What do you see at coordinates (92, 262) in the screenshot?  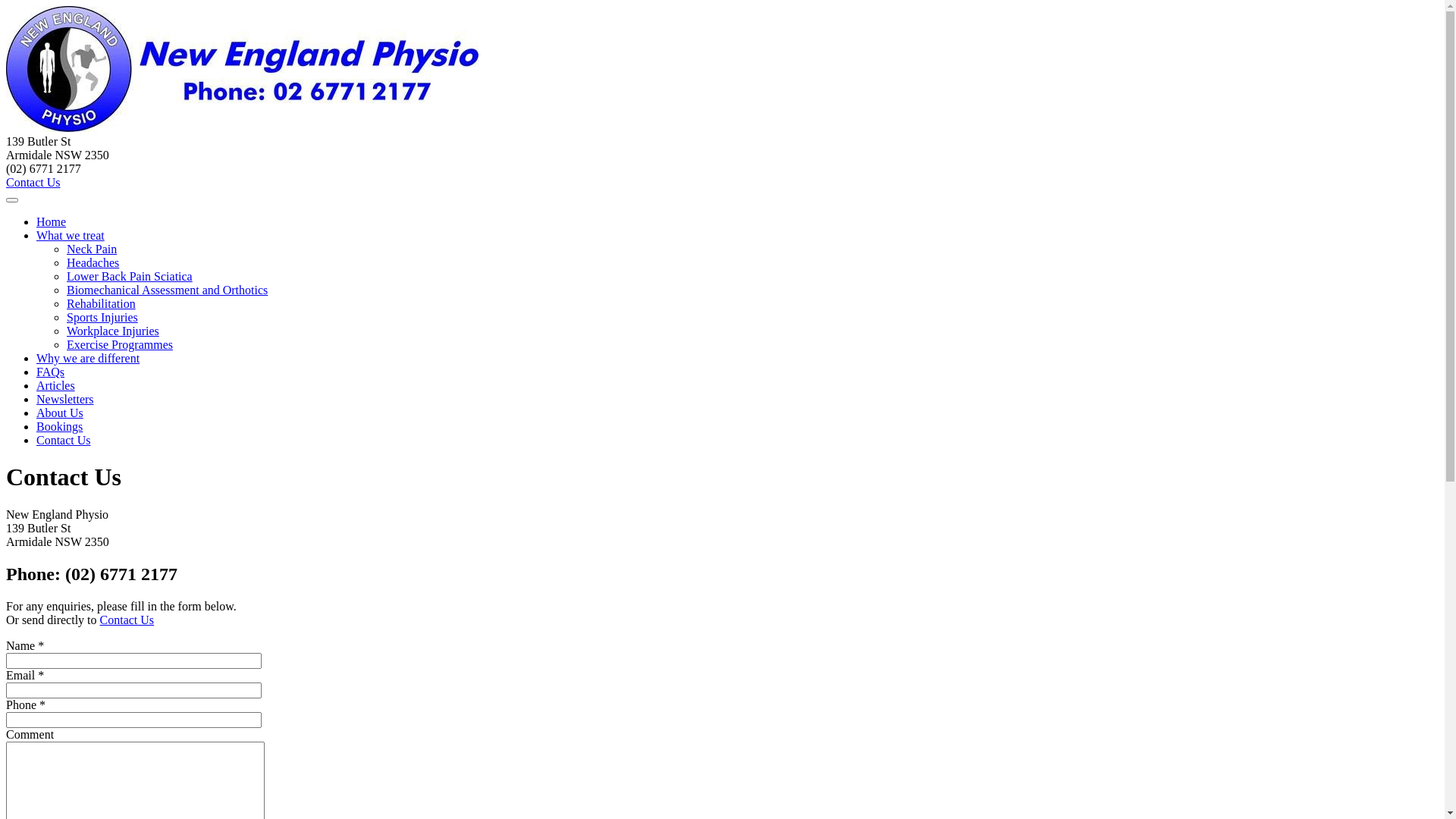 I see `'Headaches'` at bounding box center [92, 262].